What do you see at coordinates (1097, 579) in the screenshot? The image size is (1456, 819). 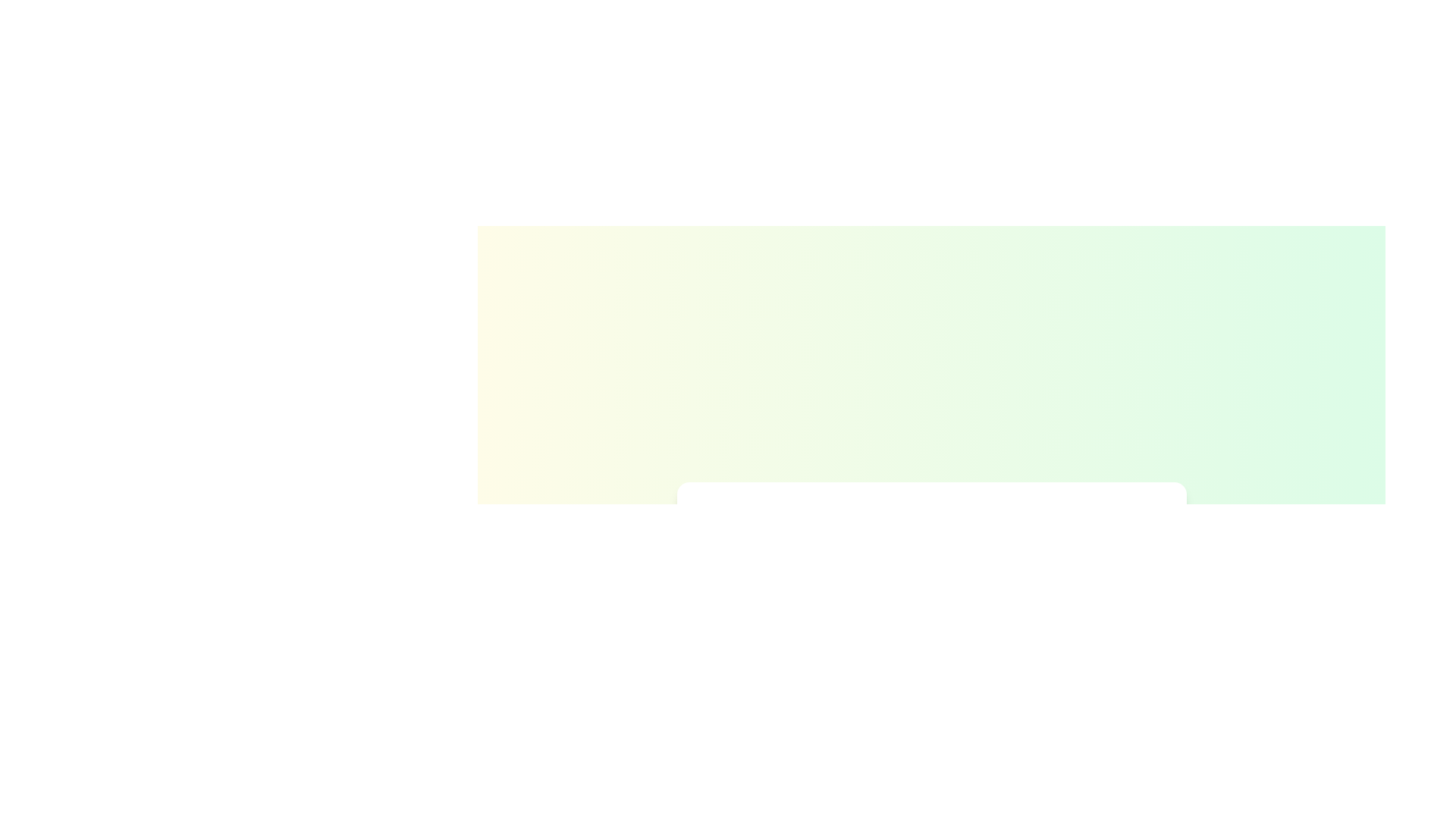 I see `the slider` at bounding box center [1097, 579].